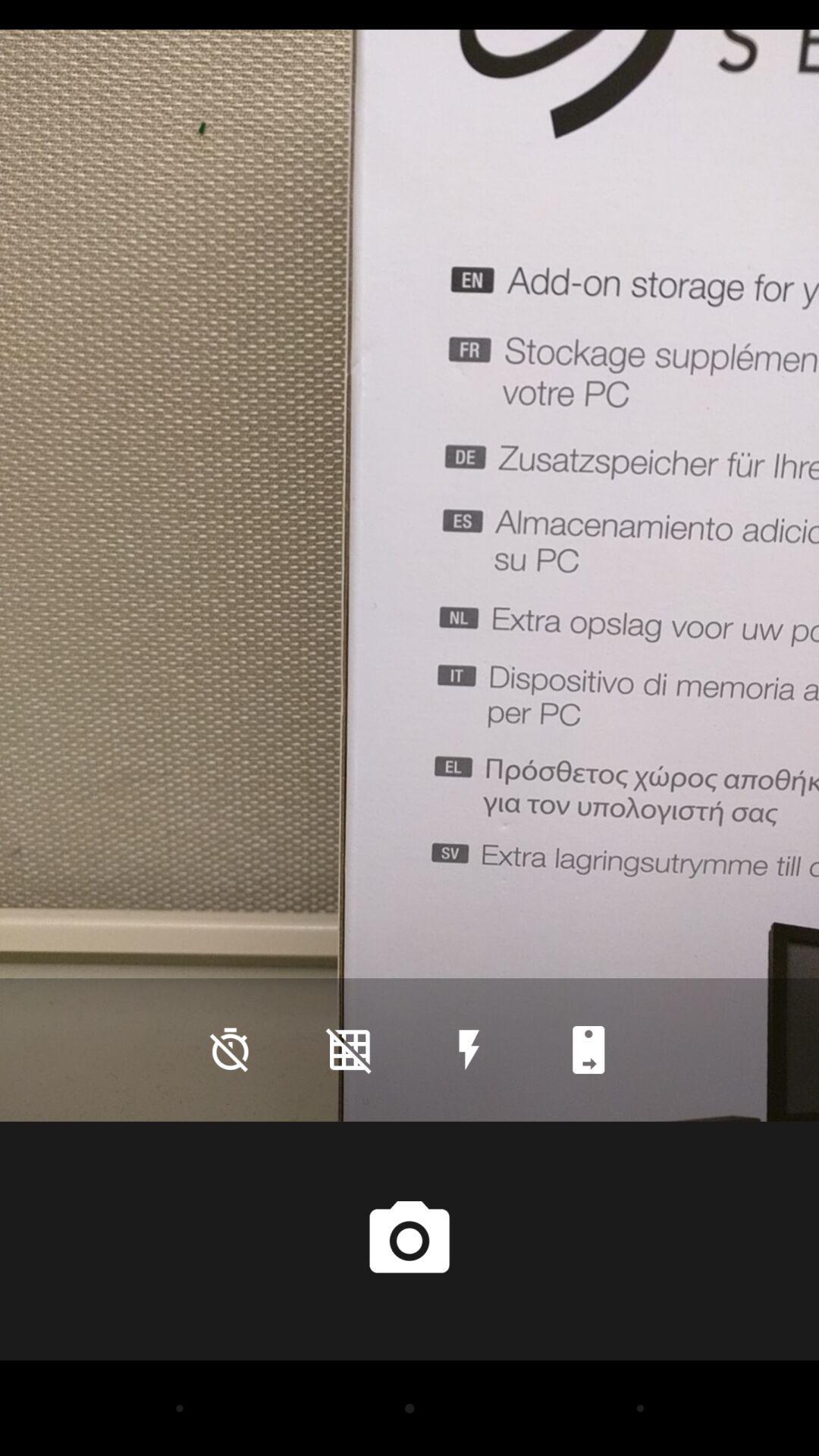 The width and height of the screenshot is (819, 1456). Describe the element at coordinates (230, 1049) in the screenshot. I see `the time icon` at that location.